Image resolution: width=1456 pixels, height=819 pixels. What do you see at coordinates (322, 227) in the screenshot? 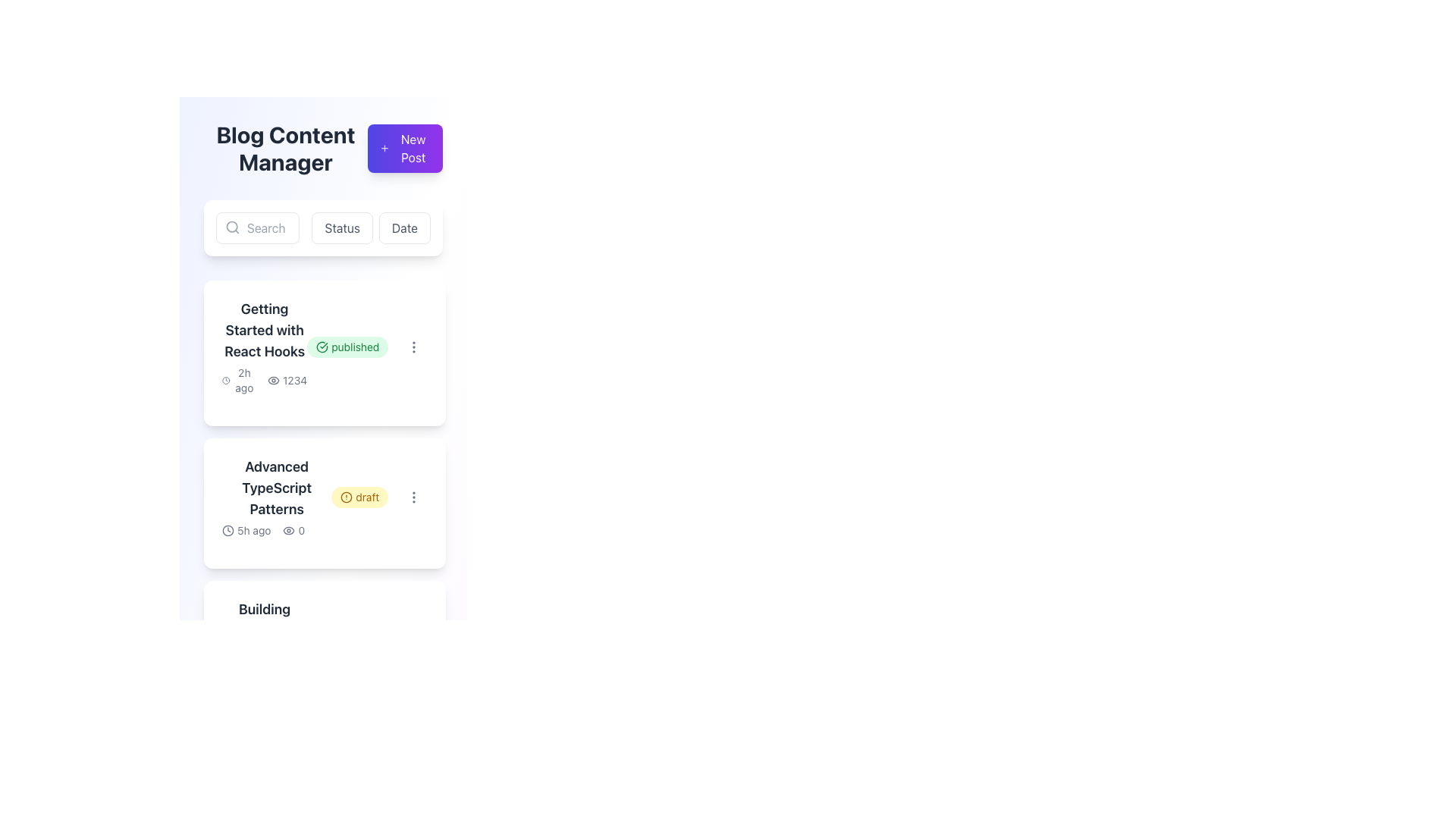
I see `the second button for filtering or sorting items in the Blog Content Manager interface` at bounding box center [322, 227].